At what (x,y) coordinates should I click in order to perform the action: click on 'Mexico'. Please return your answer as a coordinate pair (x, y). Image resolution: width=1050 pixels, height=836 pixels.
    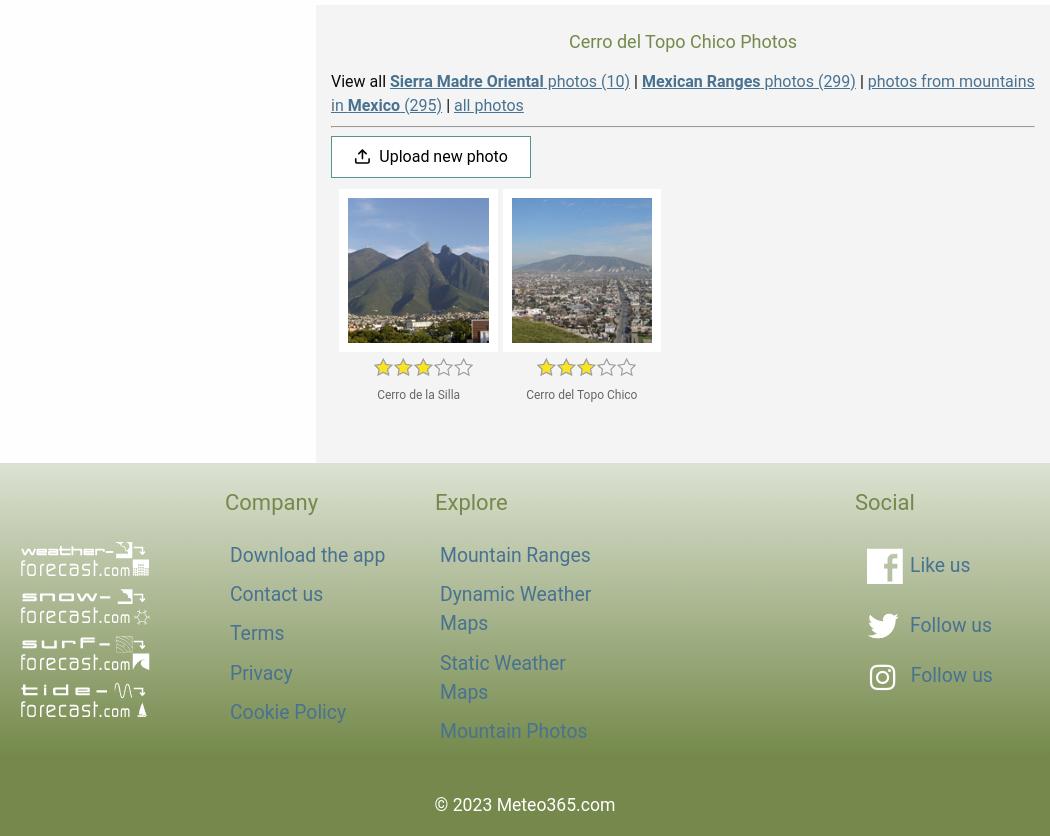
    Looking at the image, I should click on (372, 104).